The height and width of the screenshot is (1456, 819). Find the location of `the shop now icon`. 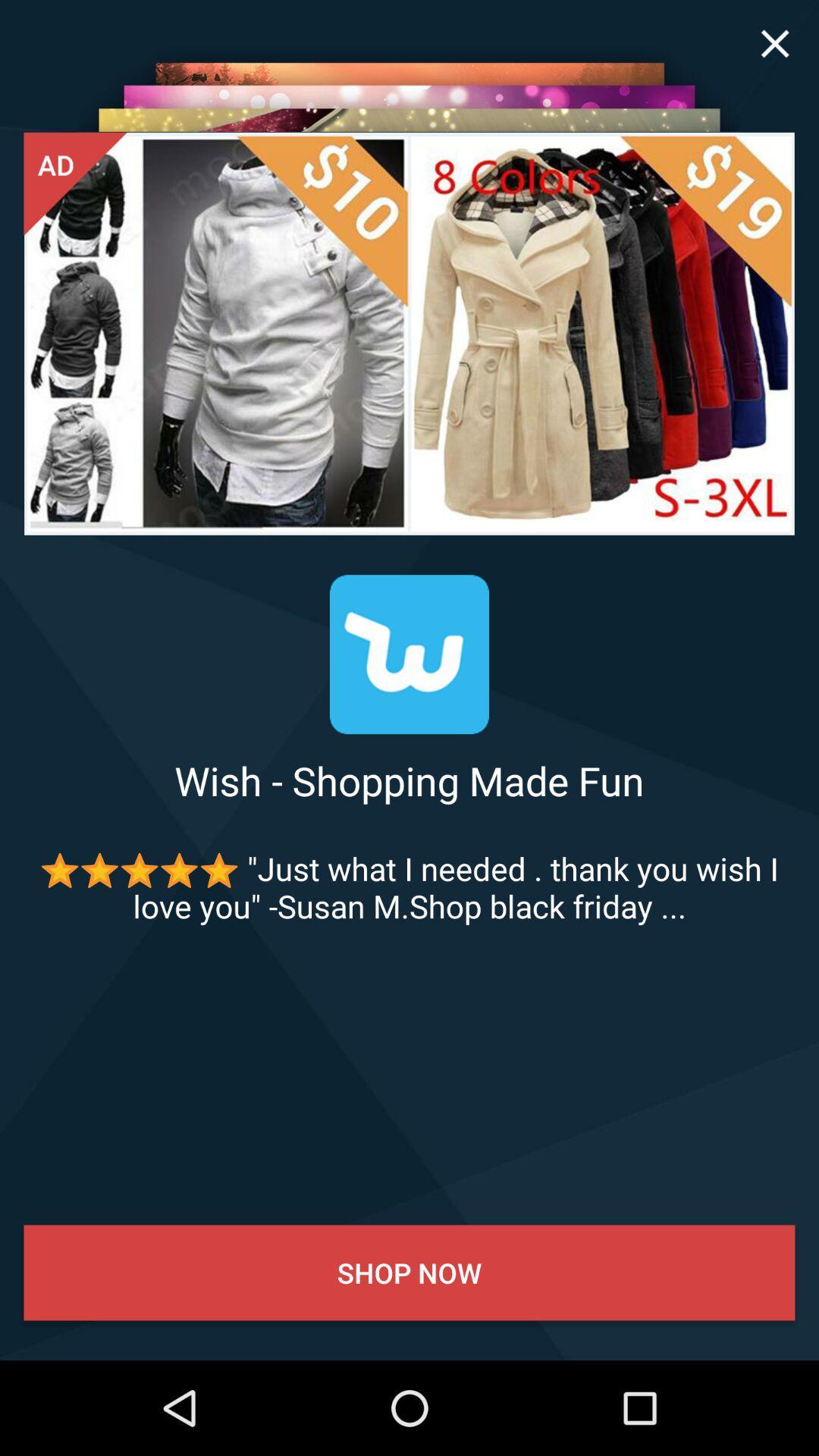

the shop now icon is located at coordinates (409, 1272).